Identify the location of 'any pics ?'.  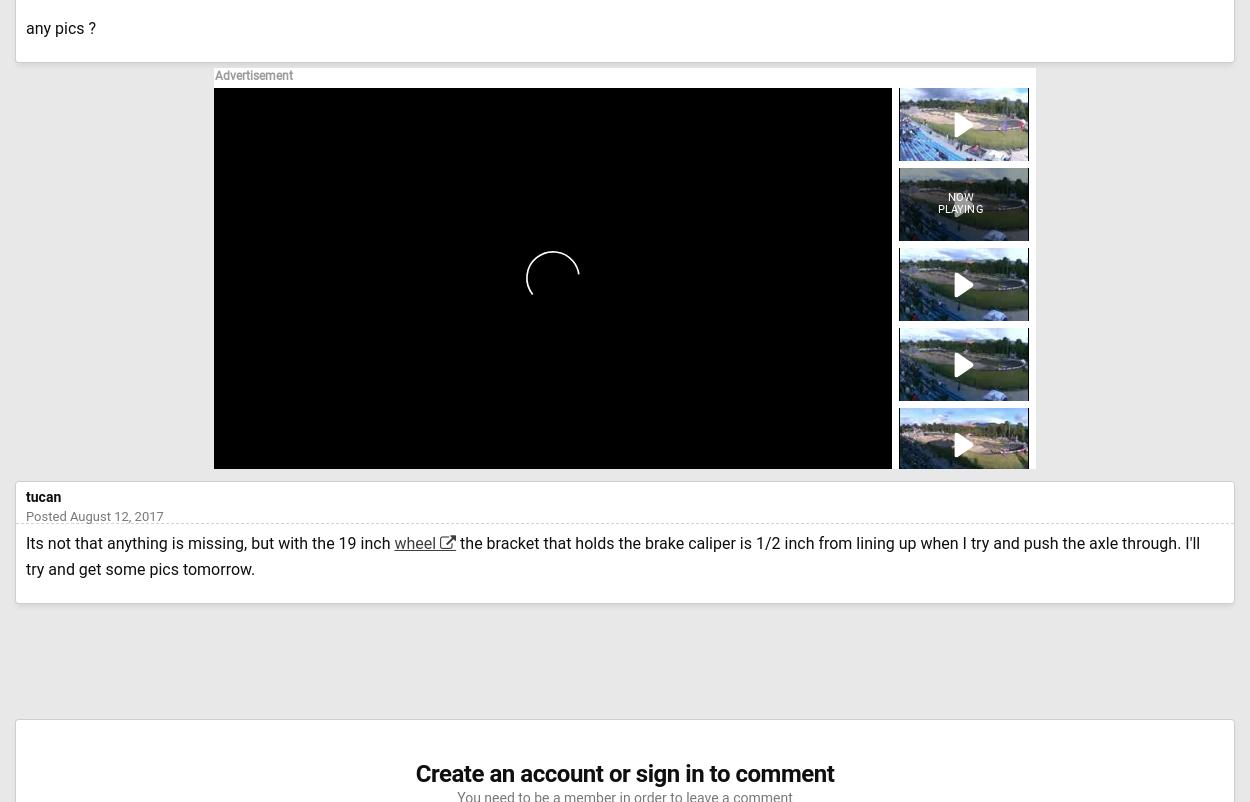
(61, 28).